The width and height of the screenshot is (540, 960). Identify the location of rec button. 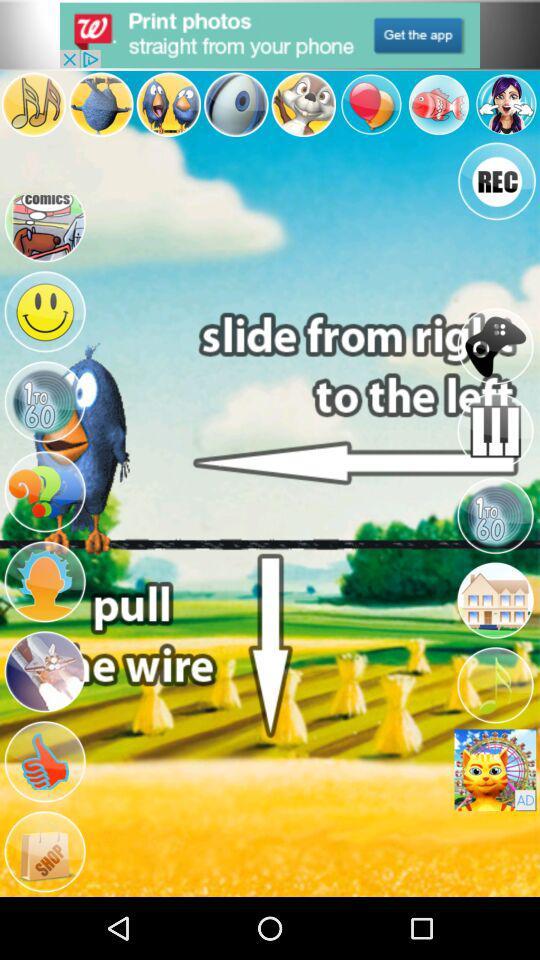
(496, 181).